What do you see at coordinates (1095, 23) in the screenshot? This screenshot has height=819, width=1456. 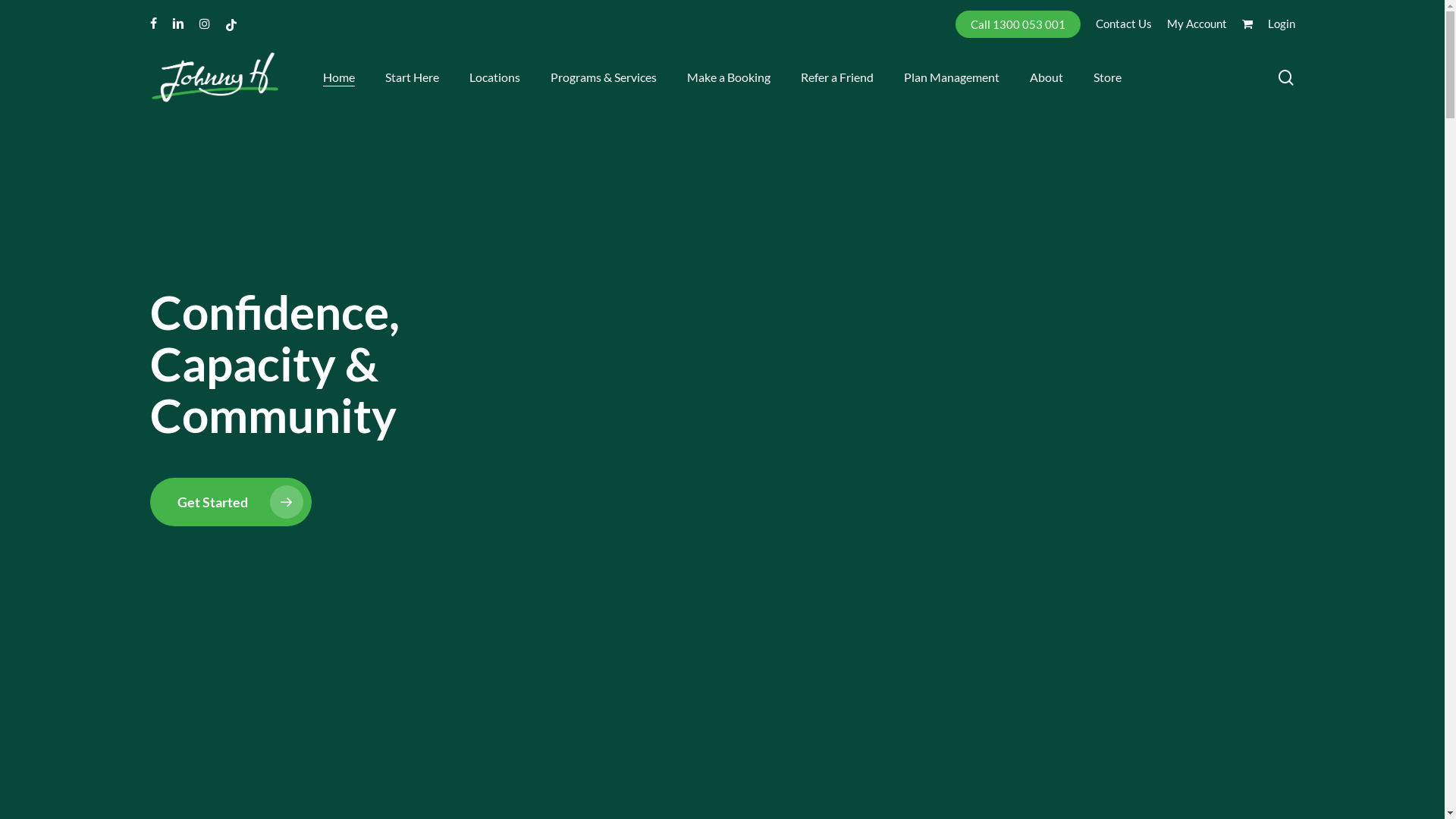 I see `'Contact Us'` at bounding box center [1095, 23].